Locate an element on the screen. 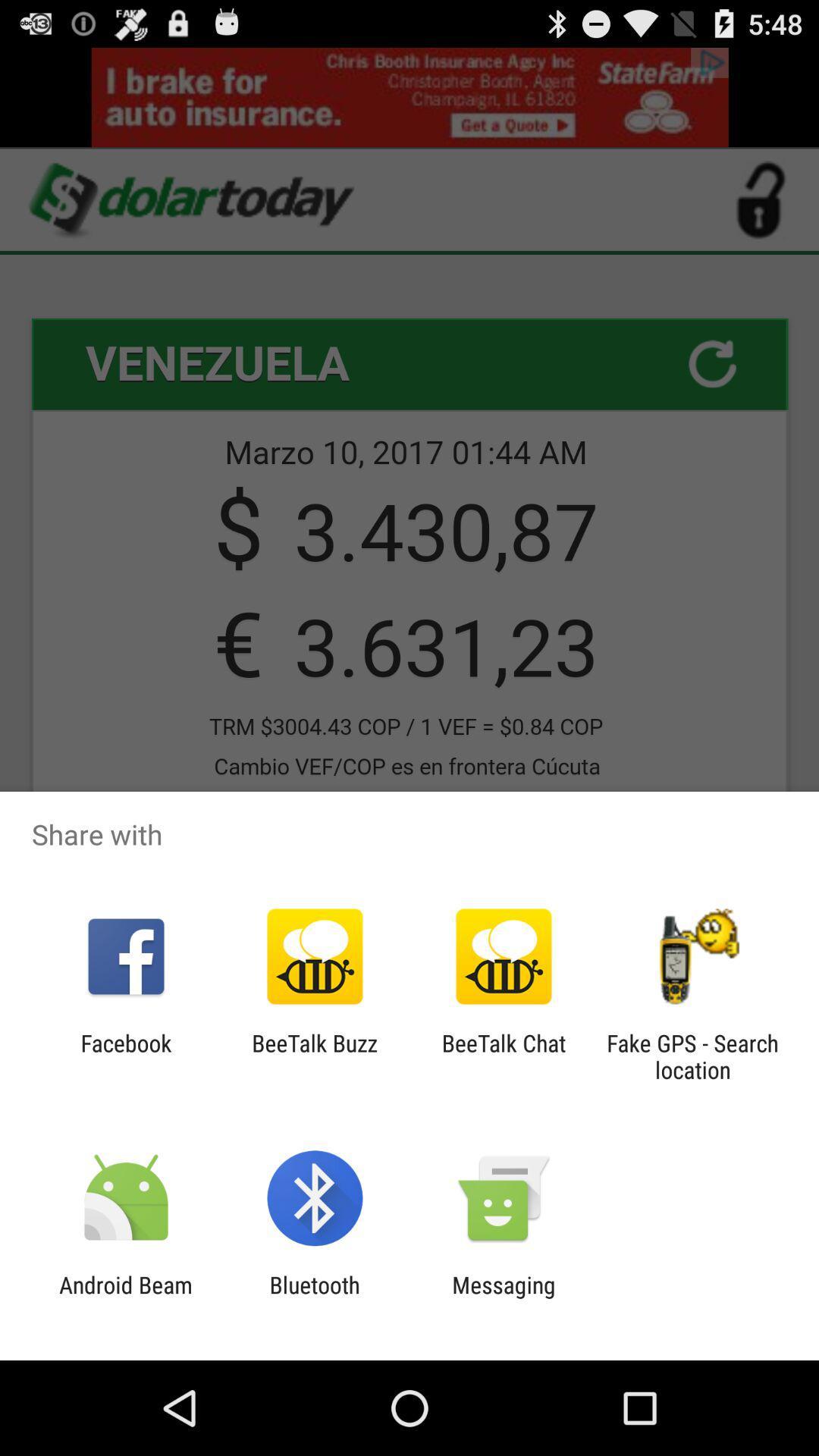 Image resolution: width=819 pixels, height=1456 pixels. app next to bluetooth item is located at coordinates (125, 1298).